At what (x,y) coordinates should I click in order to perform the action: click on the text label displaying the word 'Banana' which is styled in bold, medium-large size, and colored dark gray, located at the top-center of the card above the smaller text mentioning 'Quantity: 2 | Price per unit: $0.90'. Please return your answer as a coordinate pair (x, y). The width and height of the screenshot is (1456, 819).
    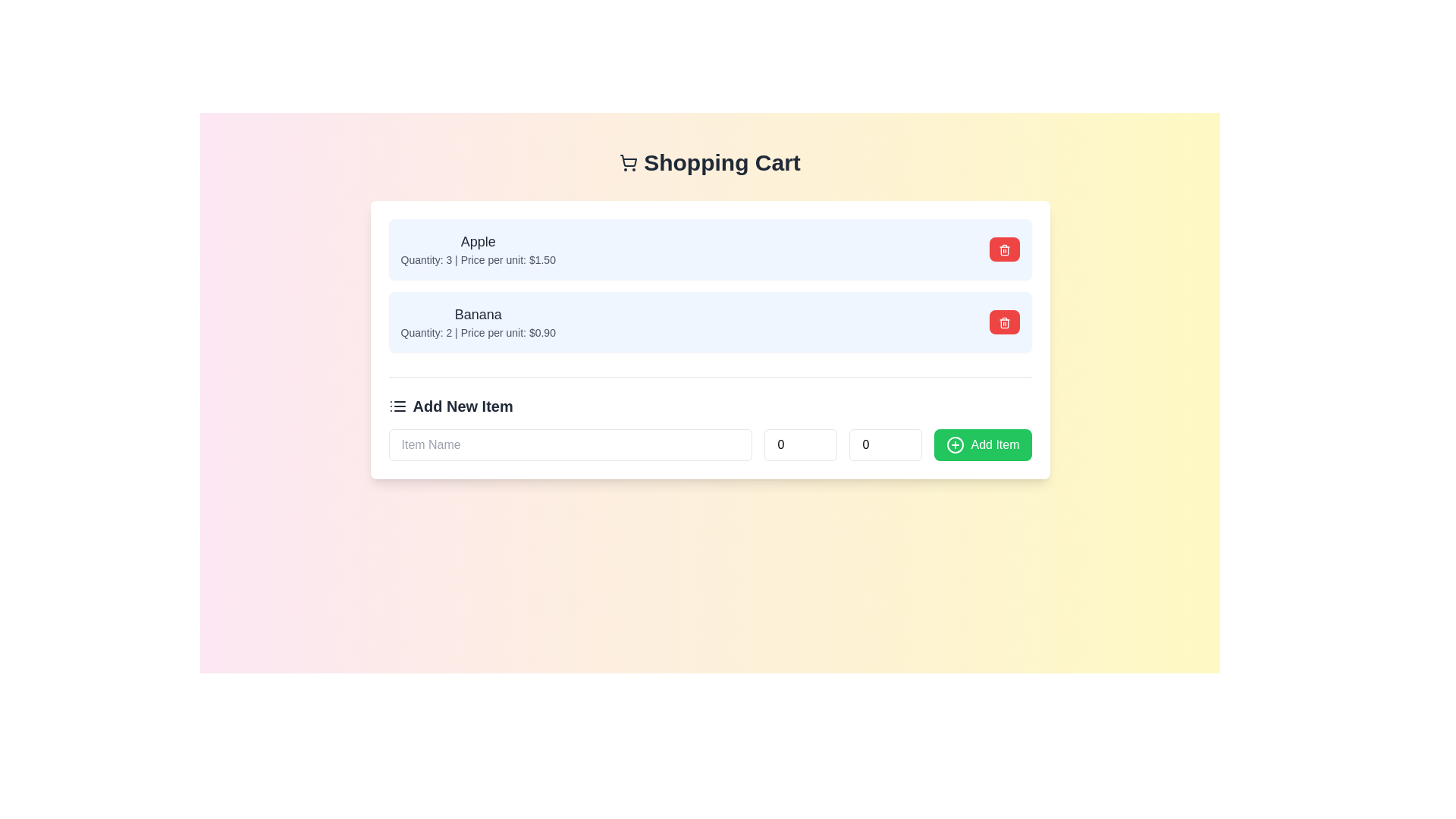
    Looking at the image, I should click on (477, 314).